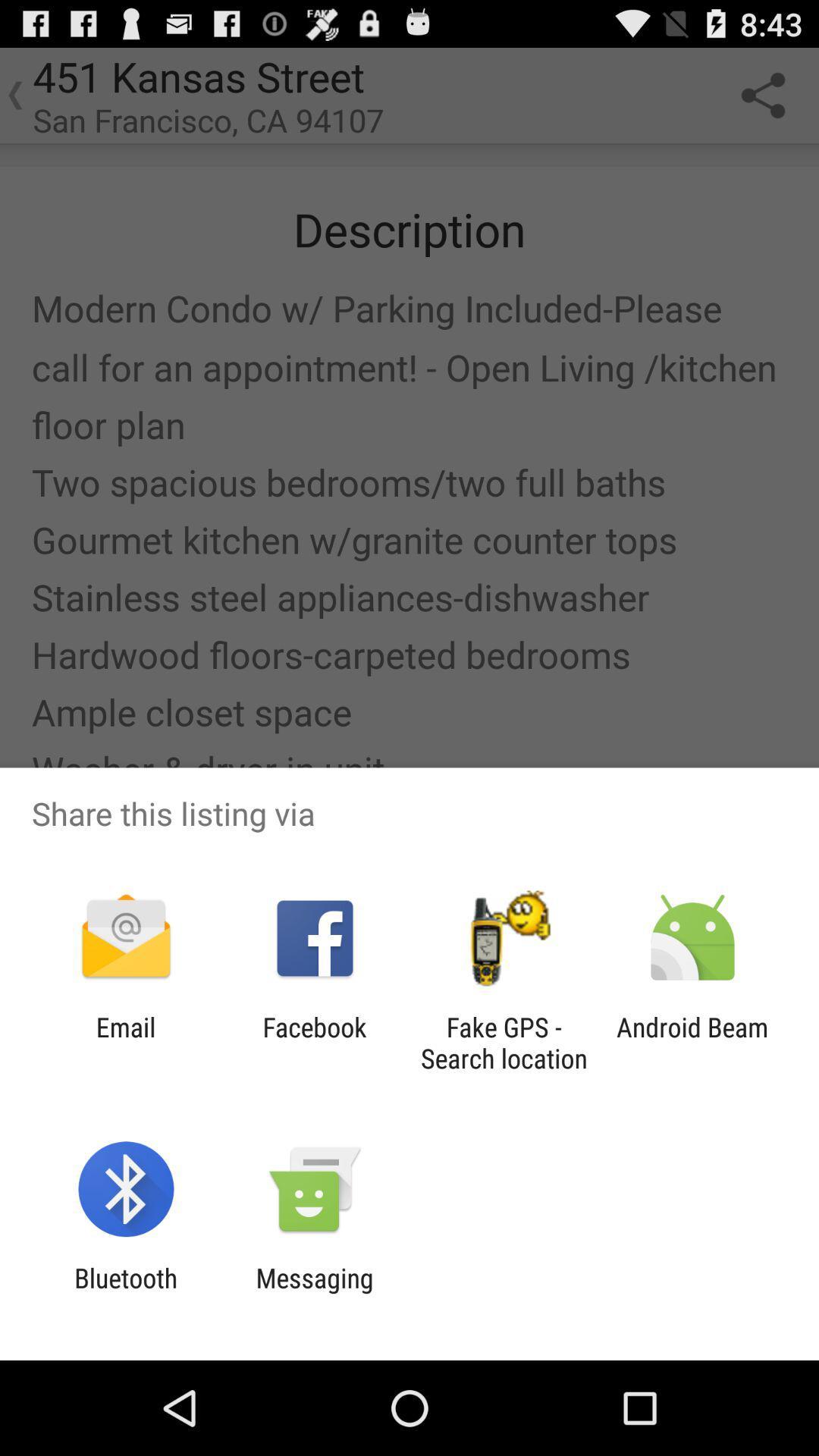  Describe the element at coordinates (125, 1042) in the screenshot. I see `the app to the left of facebook item` at that location.